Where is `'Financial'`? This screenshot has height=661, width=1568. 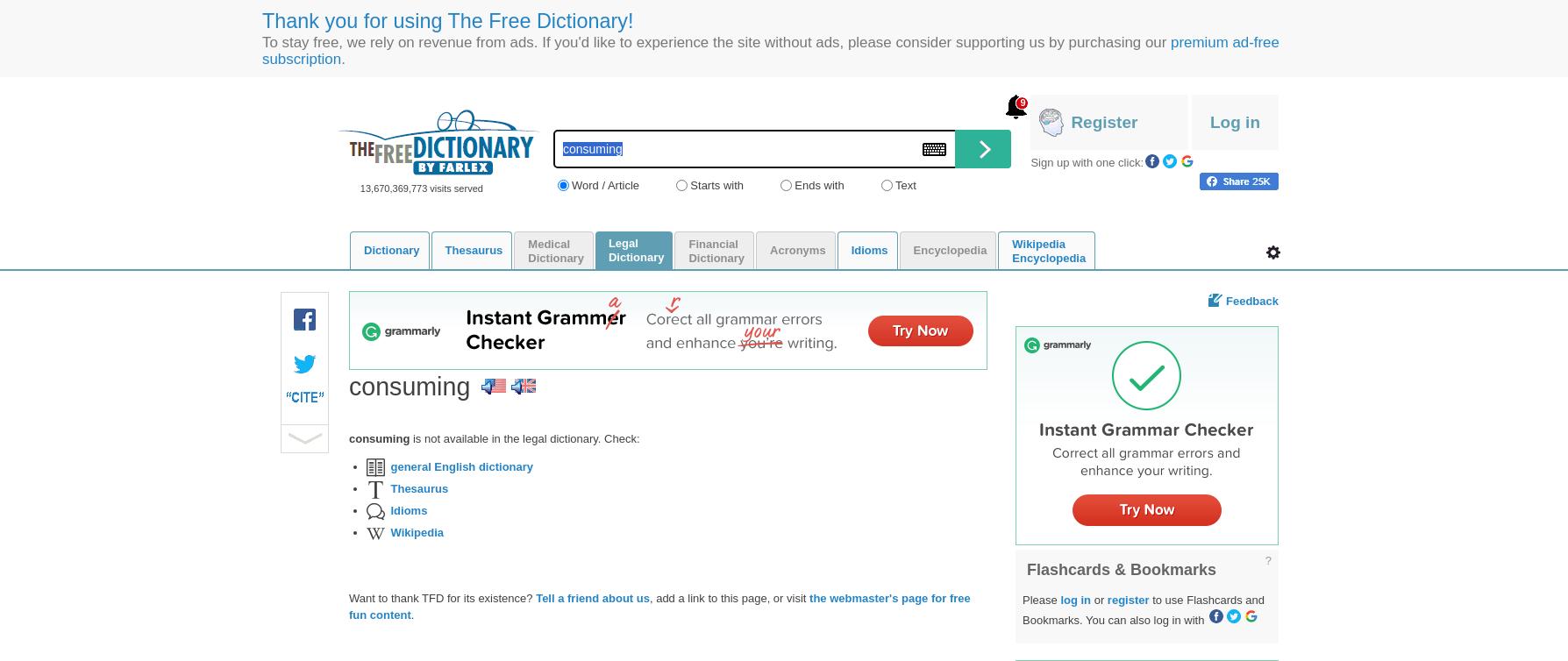
'Financial' is located at coordinates (712, 242).